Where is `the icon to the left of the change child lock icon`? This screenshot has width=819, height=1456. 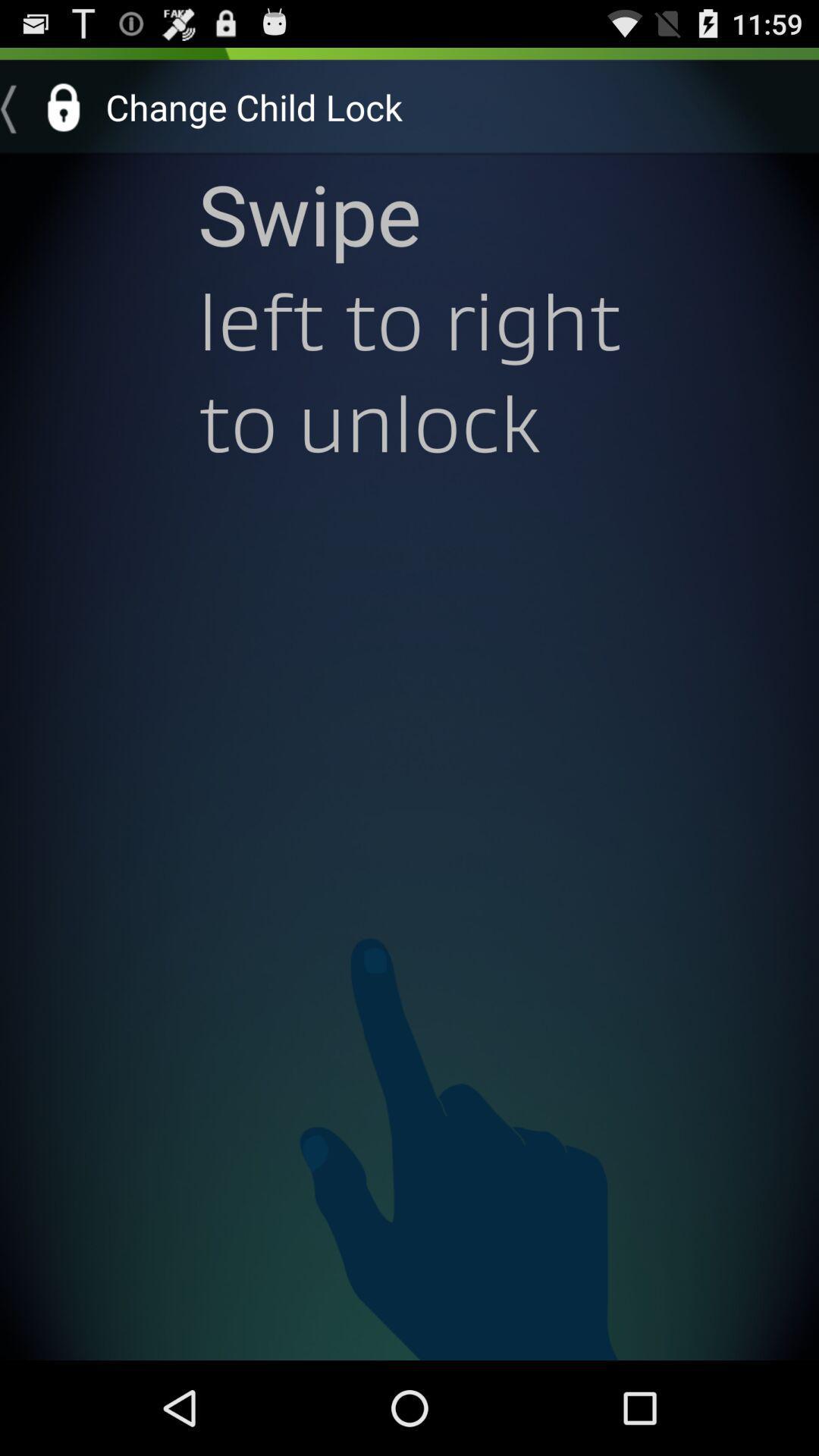
the icon to the left of the change child lock icon is located at coordinates (46, 106).